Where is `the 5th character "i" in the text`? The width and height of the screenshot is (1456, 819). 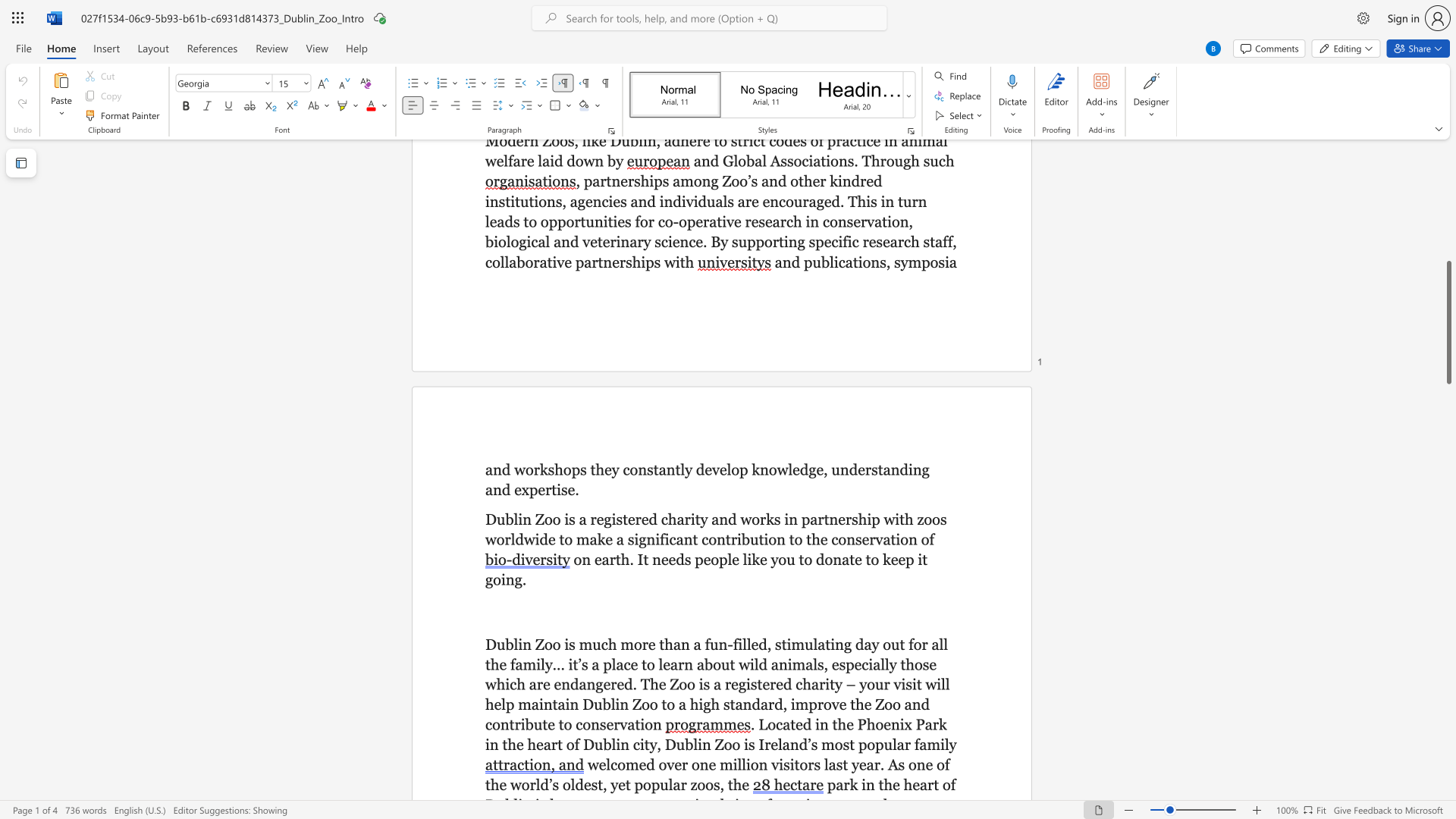 the 5th character "i" in the text is located at coordinates (832, 644).